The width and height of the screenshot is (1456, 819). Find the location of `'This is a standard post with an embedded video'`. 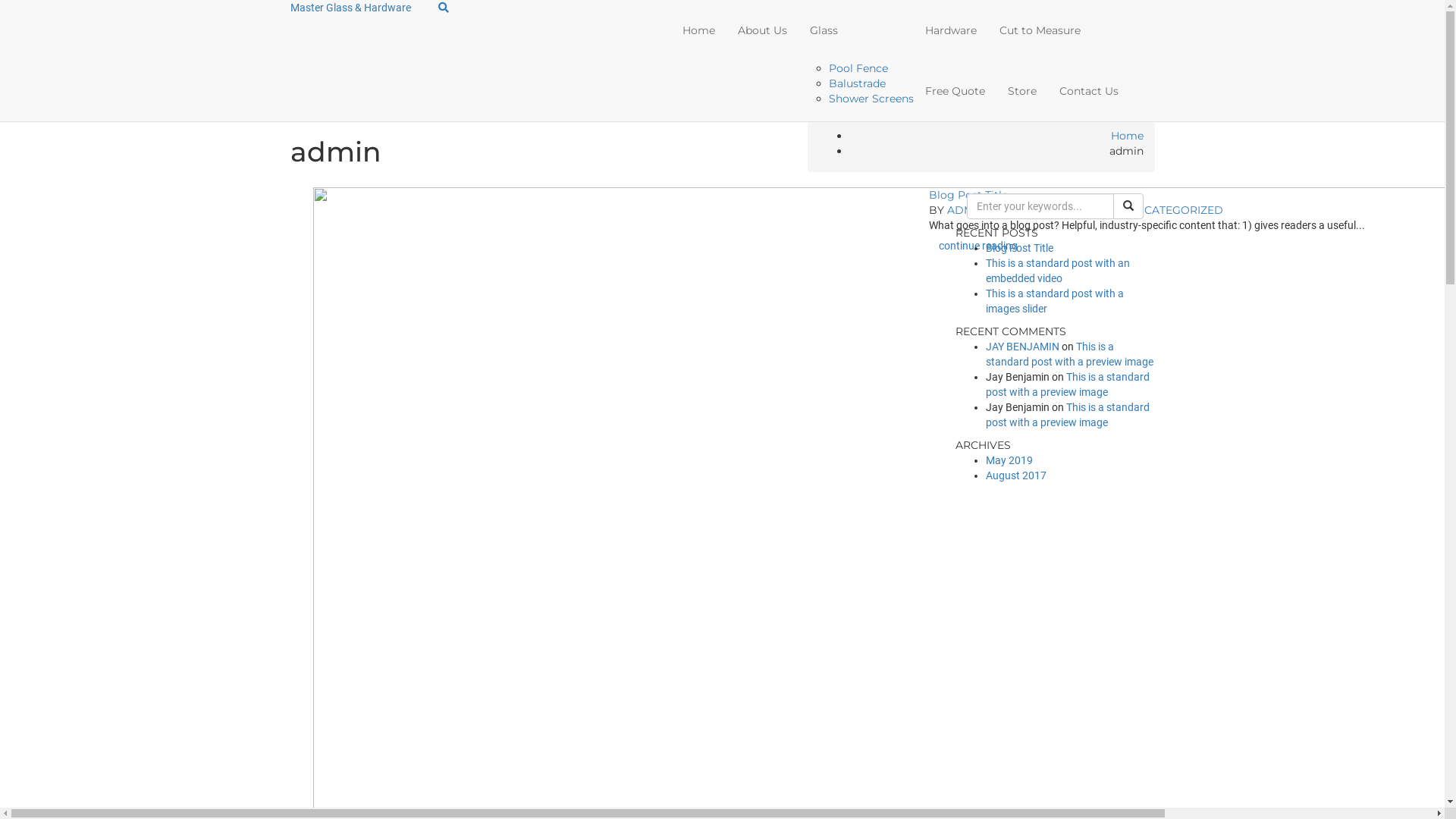

'This is a standard post with an embedded video' is located at coordinates (1057, 270).